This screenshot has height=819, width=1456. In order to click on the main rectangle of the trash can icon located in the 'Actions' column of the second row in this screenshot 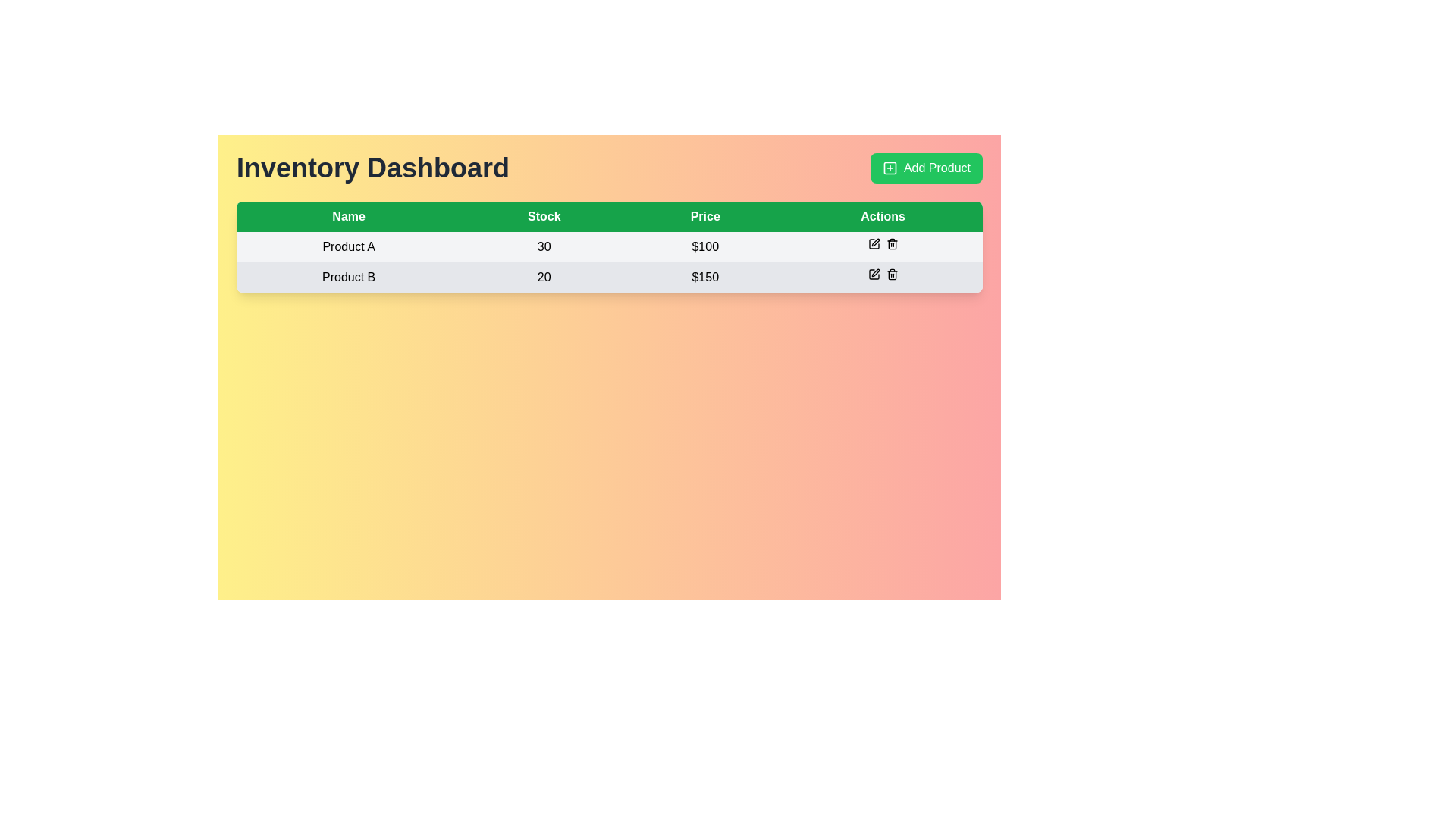, I will do `click(892, 275)`.